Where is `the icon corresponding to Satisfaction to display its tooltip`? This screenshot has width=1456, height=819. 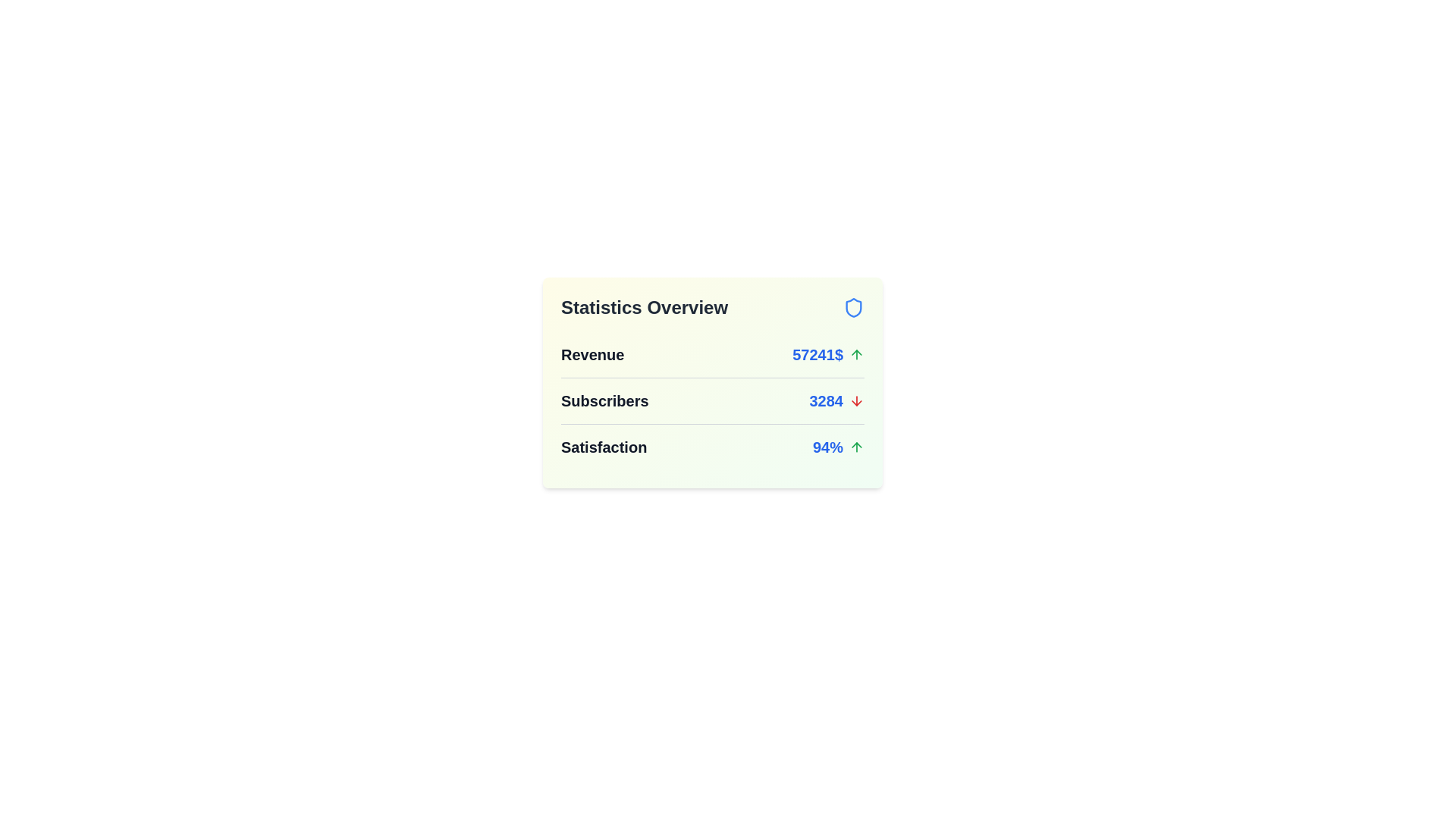 the icon corresponding to Satisfaction to display its tooltip is located at coordinates (856, 447).